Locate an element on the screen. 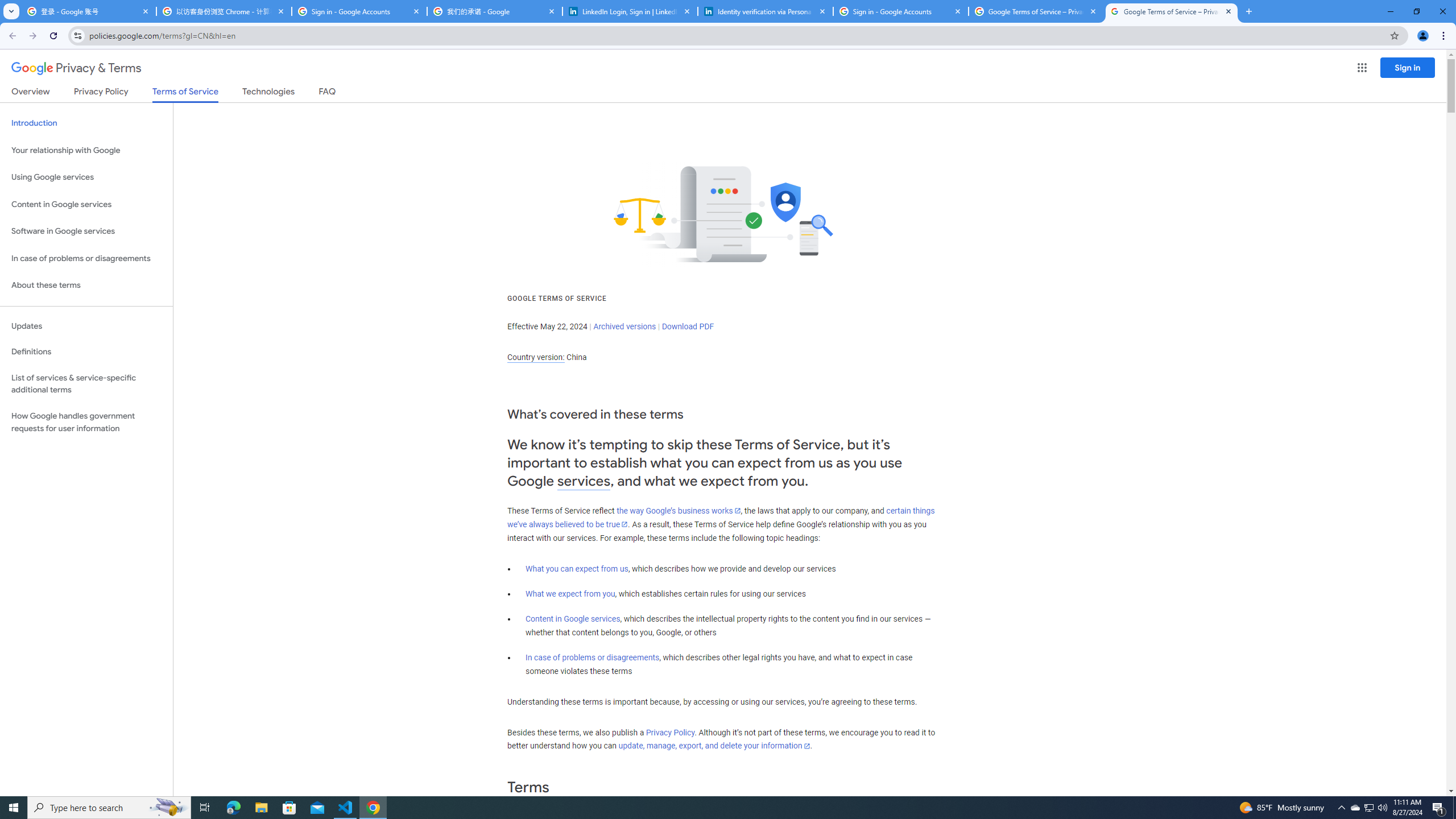 This screenshot has width=1456, height=819. 'How Google handles government requests for user information' is located at coordinates (86, 422).